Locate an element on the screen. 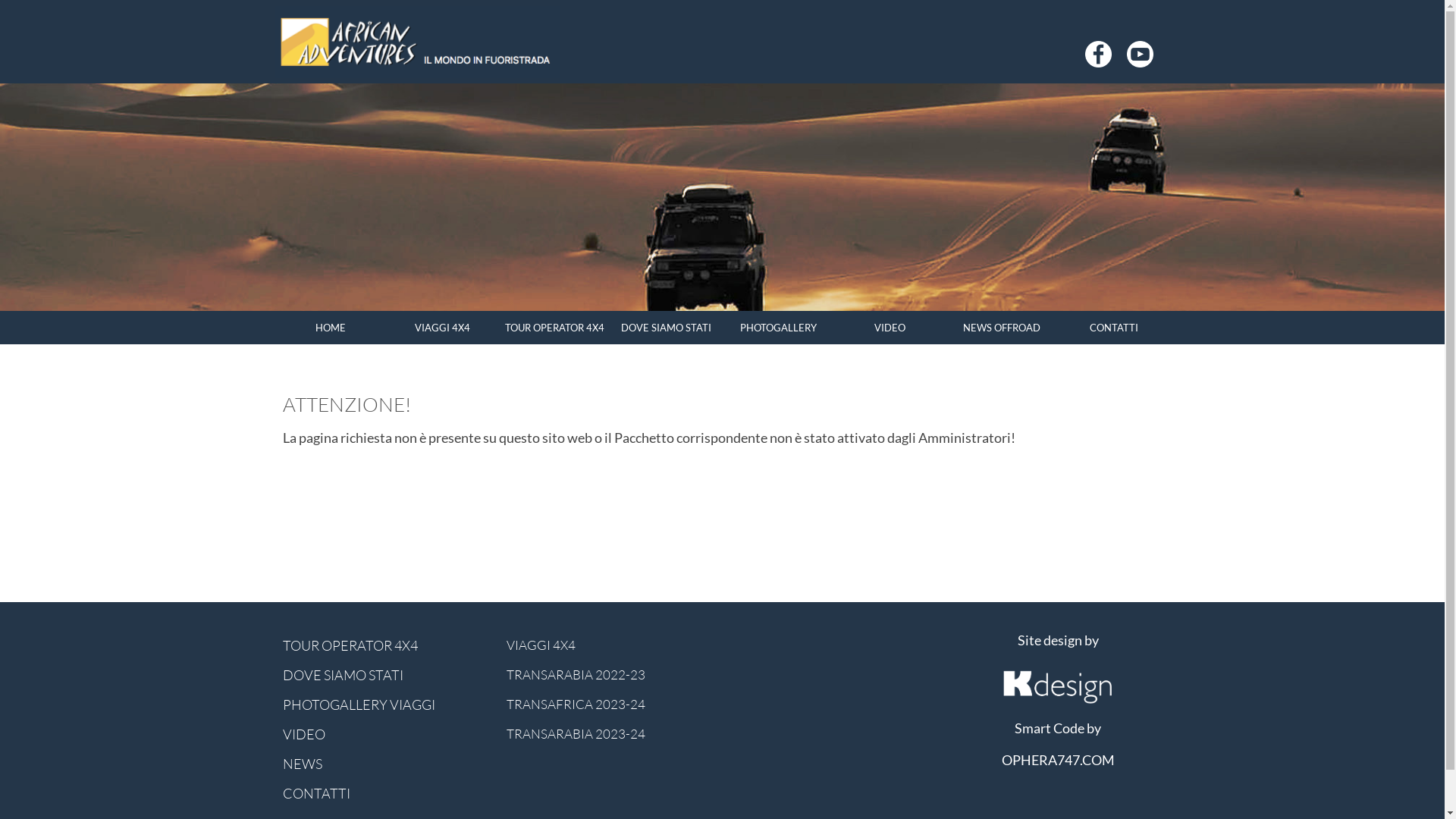  'CONTATTI' is located at coordinates (386, 792).